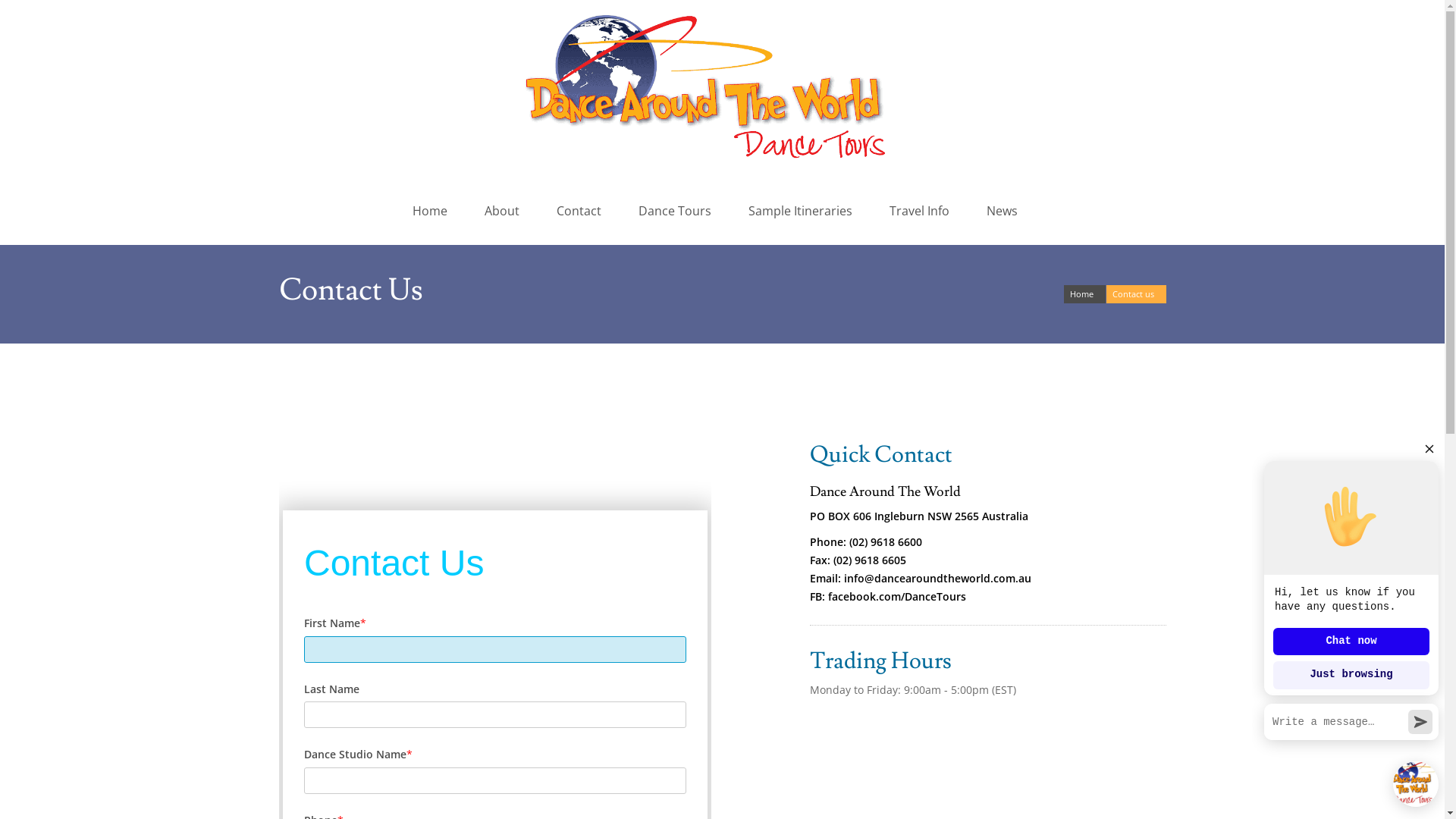  What do you see at coordinates (802, 210) in the screenshot?
I see `'Sample Itineraries'` at bounding box center [802, 210].